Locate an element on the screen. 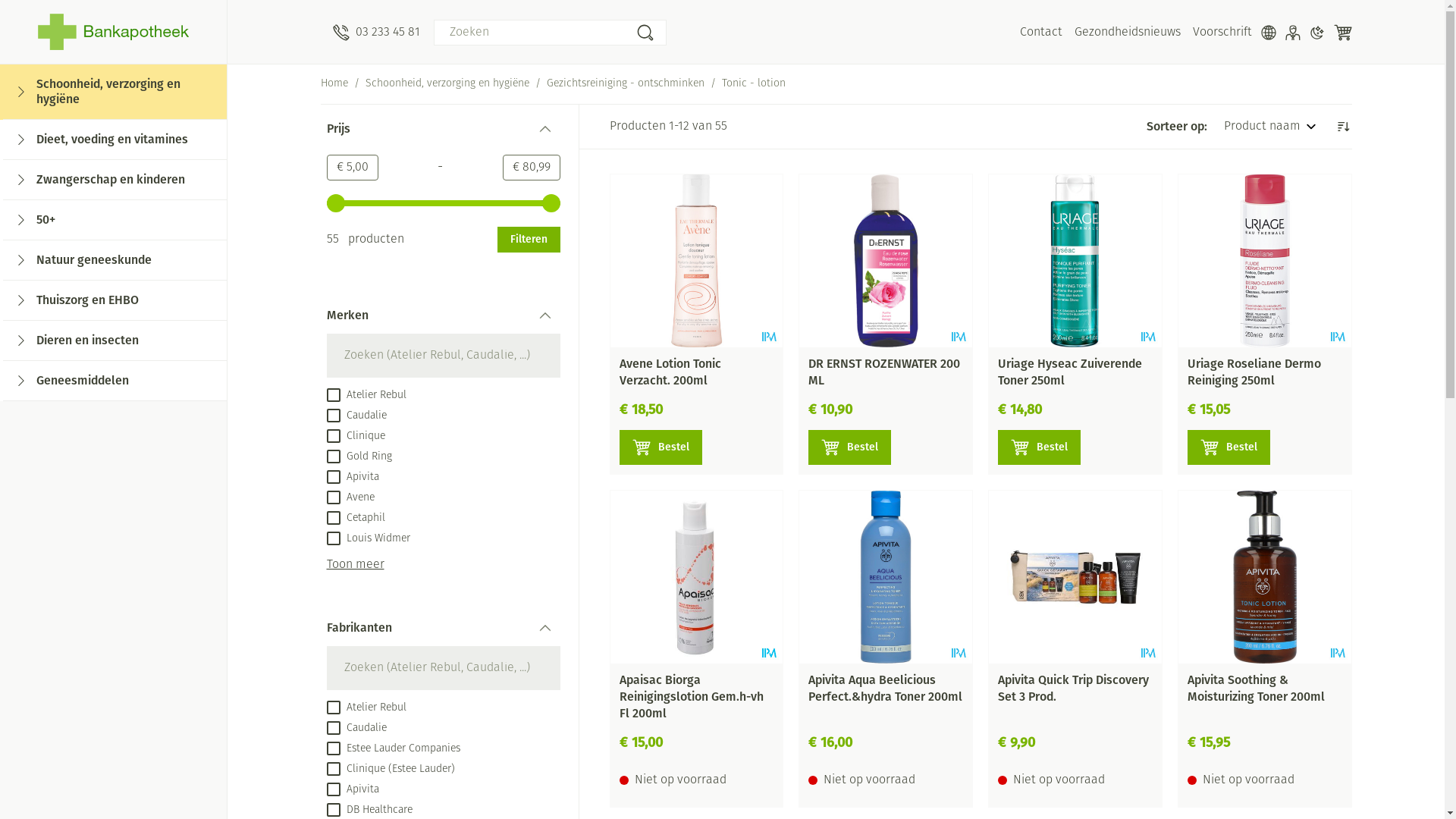 The width and height of the screenshot is (1456, 819). 'DB Healthcare' is located at coordinates (369, 809).